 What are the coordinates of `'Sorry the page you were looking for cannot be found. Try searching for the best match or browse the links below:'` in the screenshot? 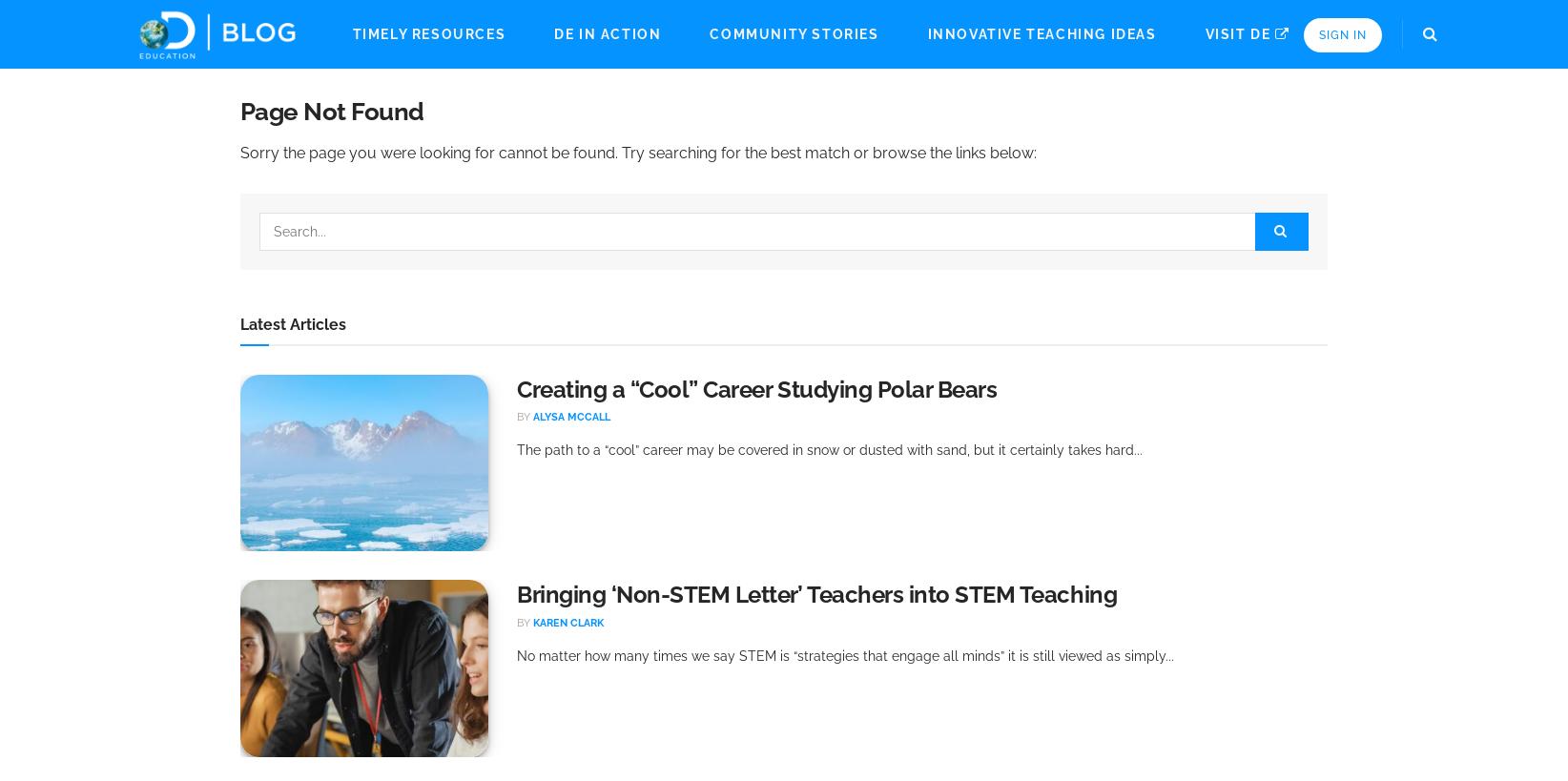 It's located at (638, 152).